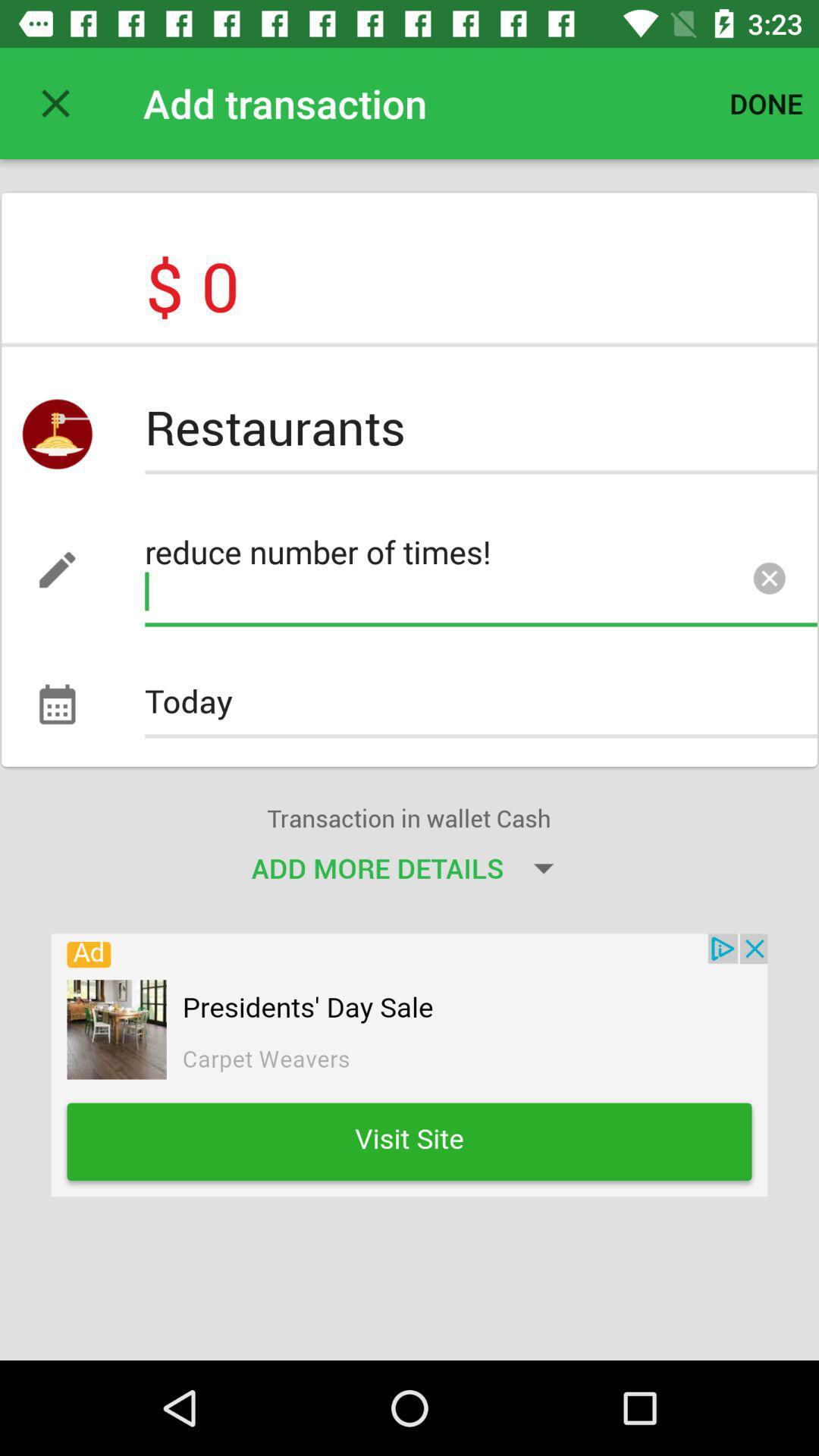 The width and height of the screenshot is (819, 1456). Describe the element at coordinates (409, 1064) in the screenshot. I see `visite option` at that location.